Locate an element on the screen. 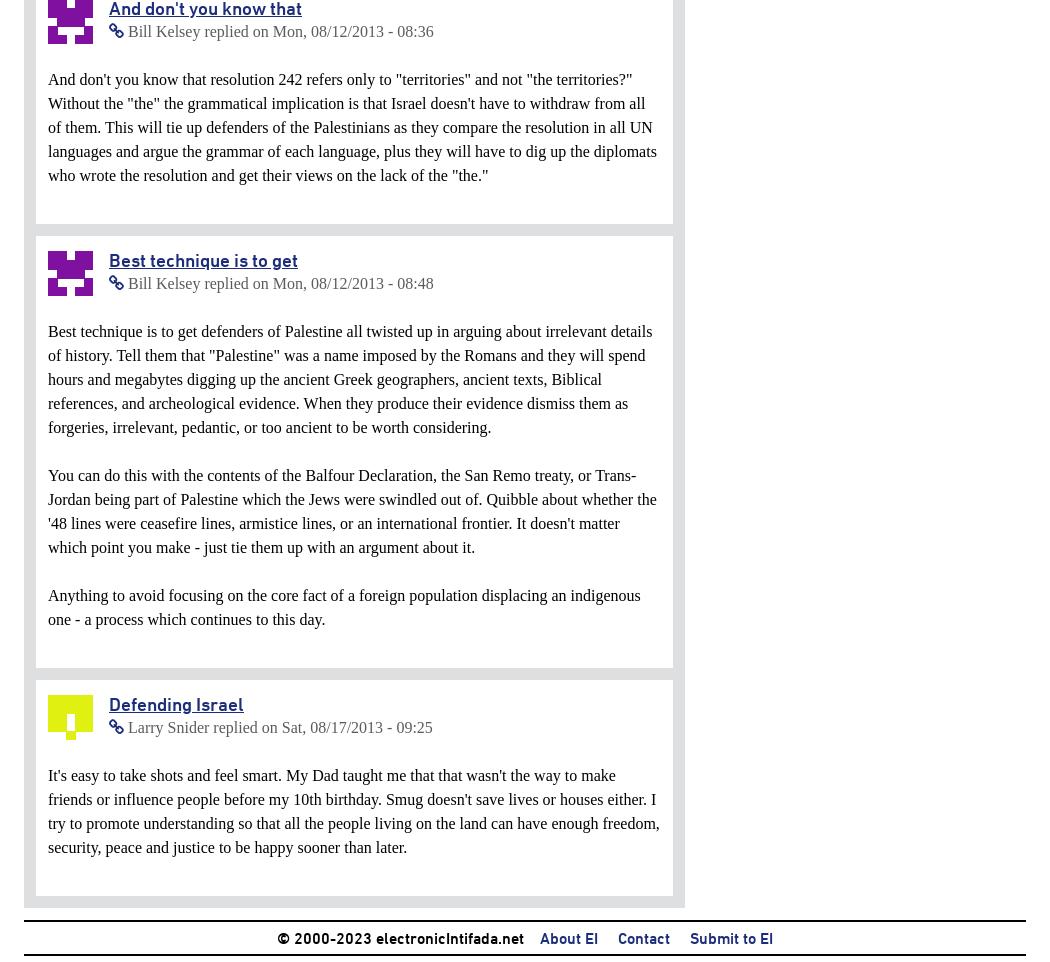  'Best technique is to get' is located at coordinates (202, 260).